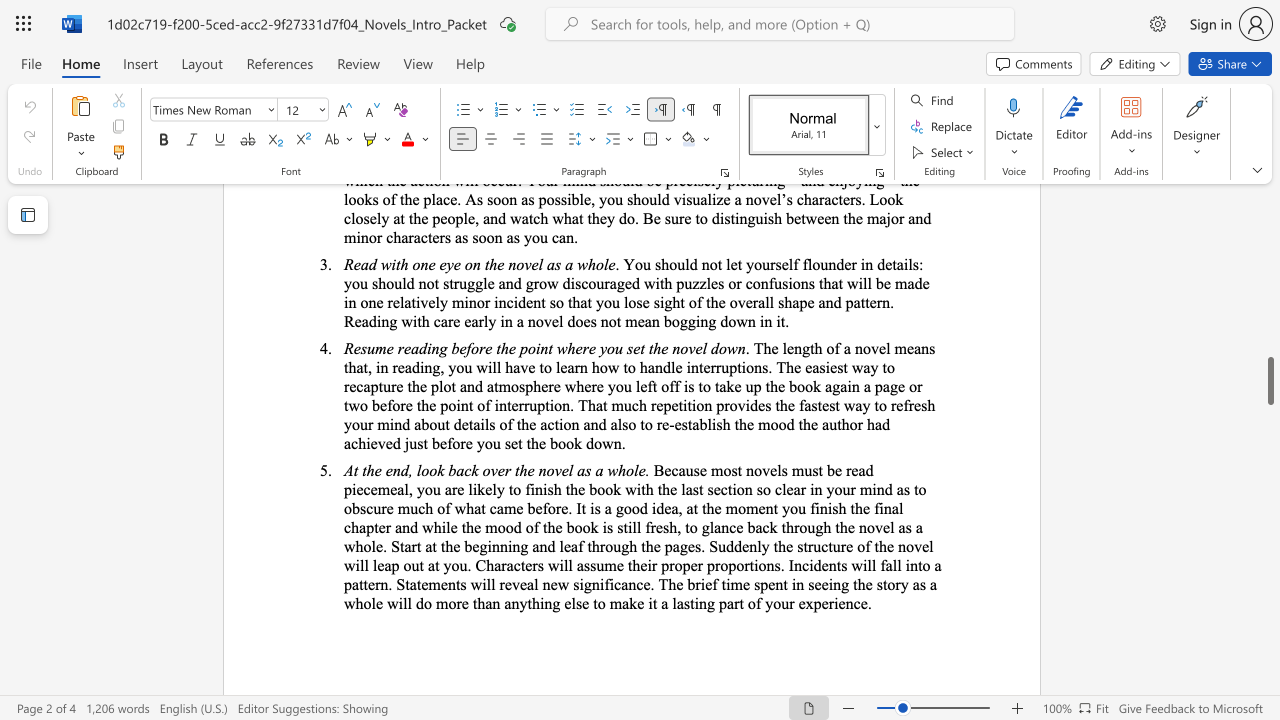 This screenshot has height=720, width=1280. What do you see at coordinates (1269, 450) in the screenshot?
I see `the scrollbar to move the view up` at bounding box center [1269, 450].